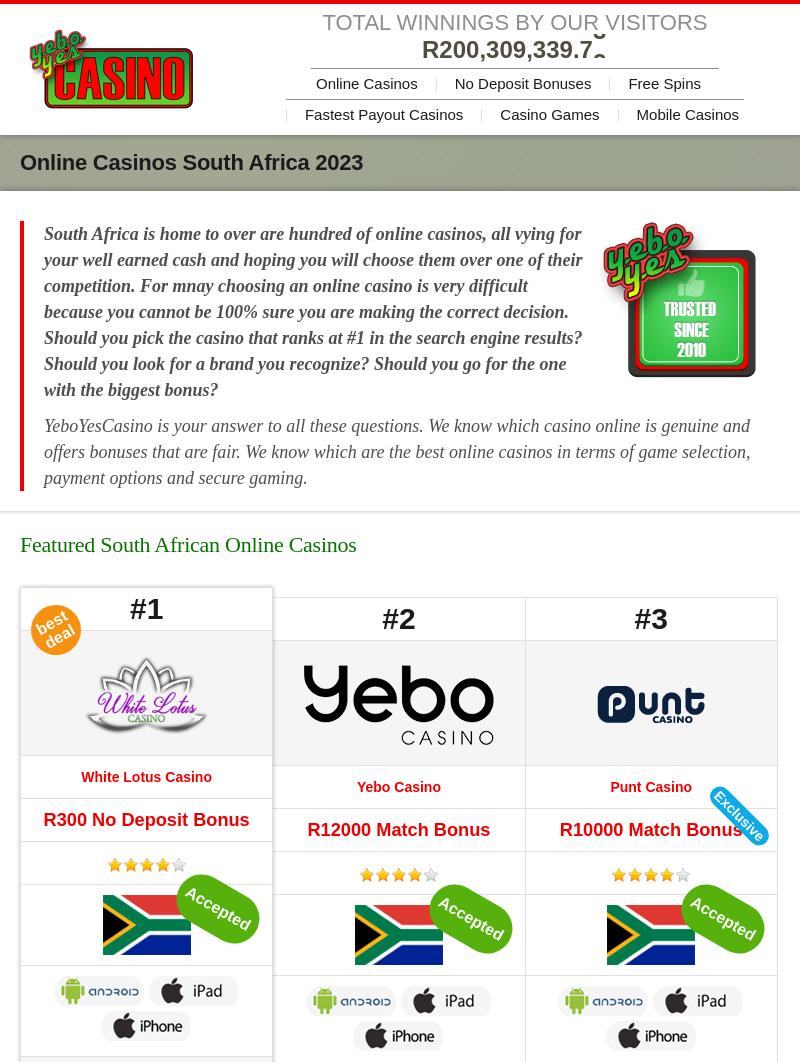  What do you see at coordinates (128, 608) in the screenshot?
I see `'#1'` at bounding box center [128, 608].